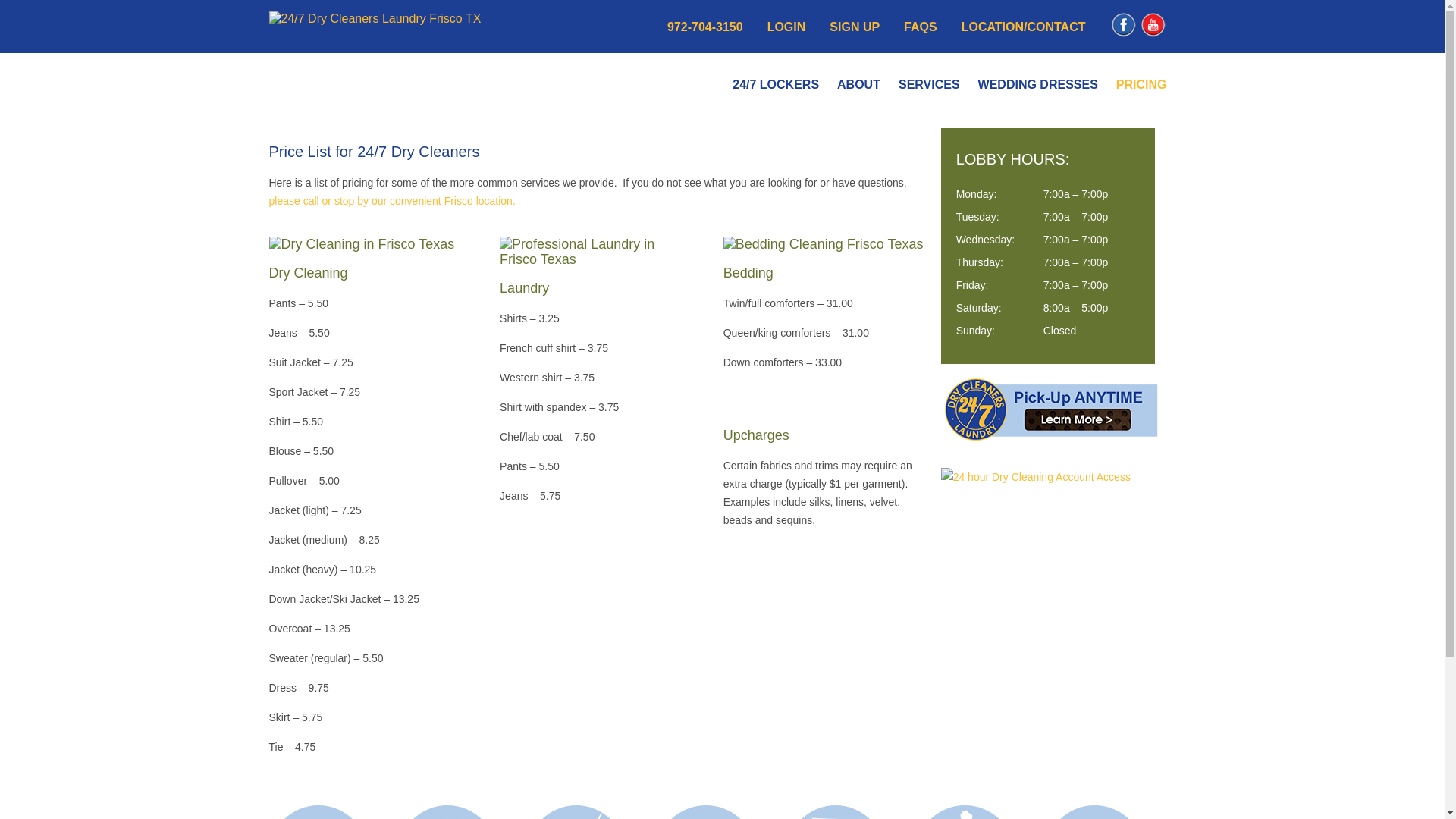  I want to click on 'FACEBOOK', so click(1123, 34).